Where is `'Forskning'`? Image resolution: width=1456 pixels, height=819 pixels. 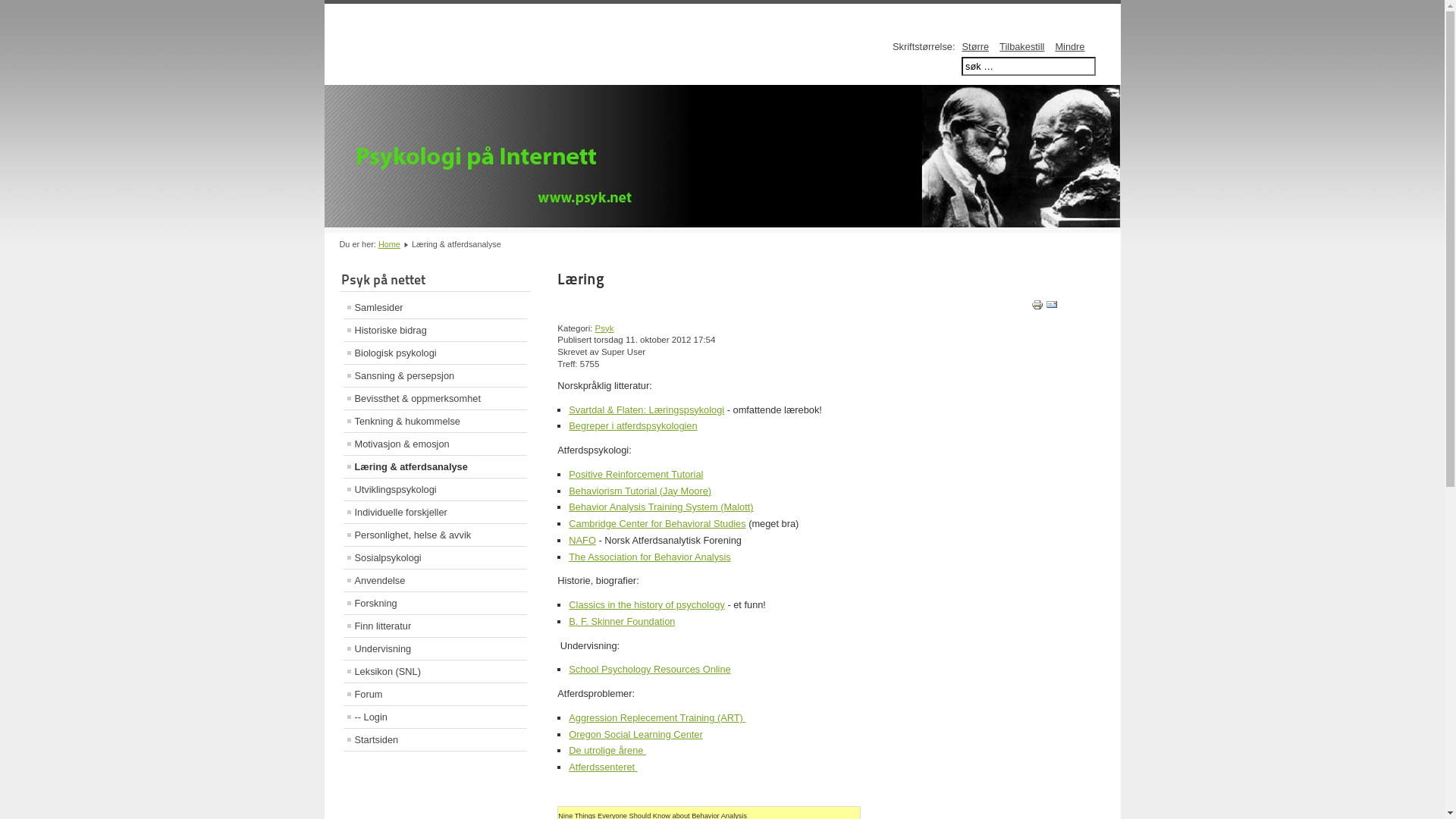 'Forskning' is located at coordinates (434, 602).